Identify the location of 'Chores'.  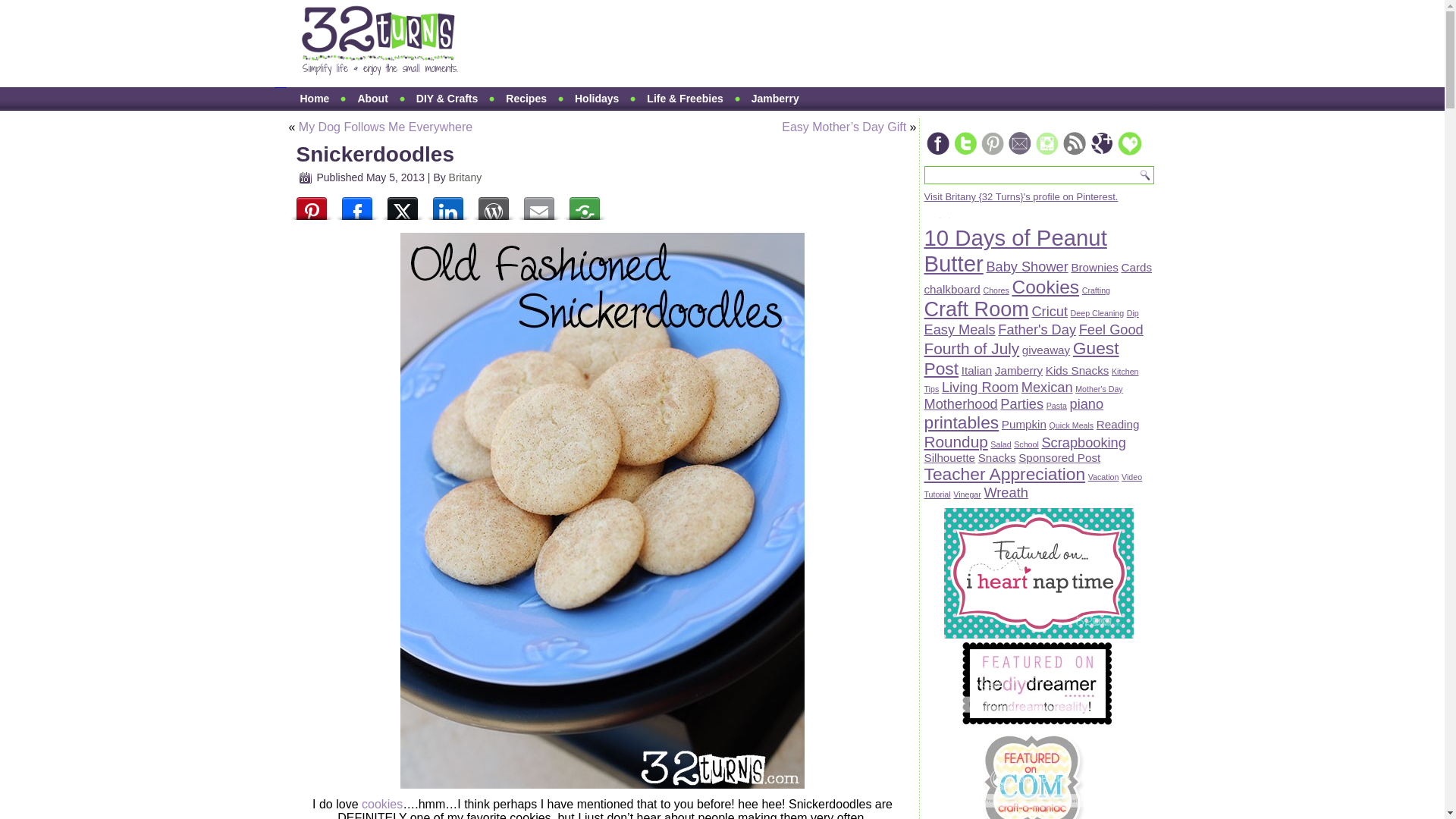
(996, 290).